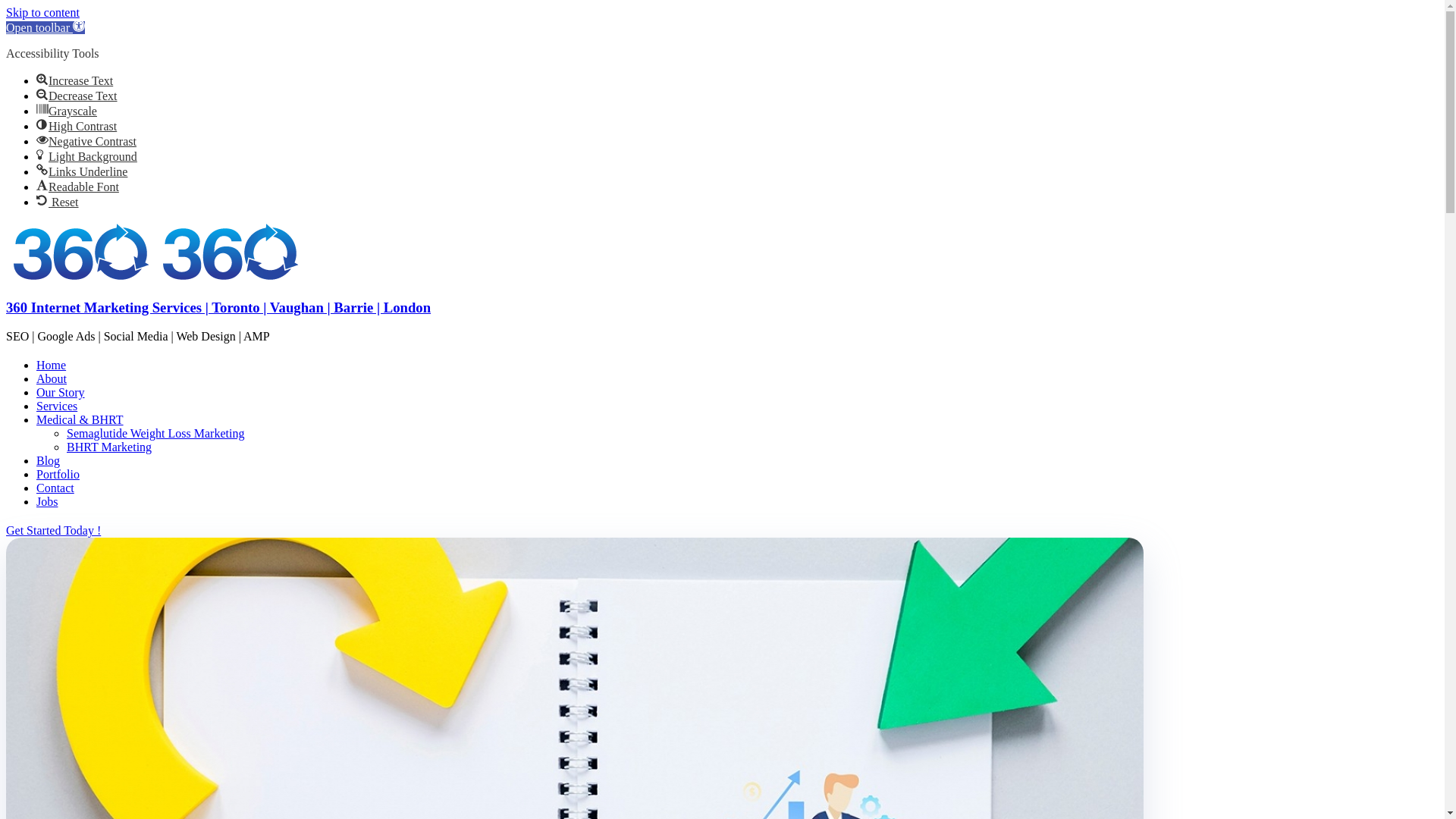 The width and height of the screenshot is (1456, 819). Describe the element at coordinates (80, 171) in the screenshot. I see `'Links UnderlineLinks Underline'` at that location.